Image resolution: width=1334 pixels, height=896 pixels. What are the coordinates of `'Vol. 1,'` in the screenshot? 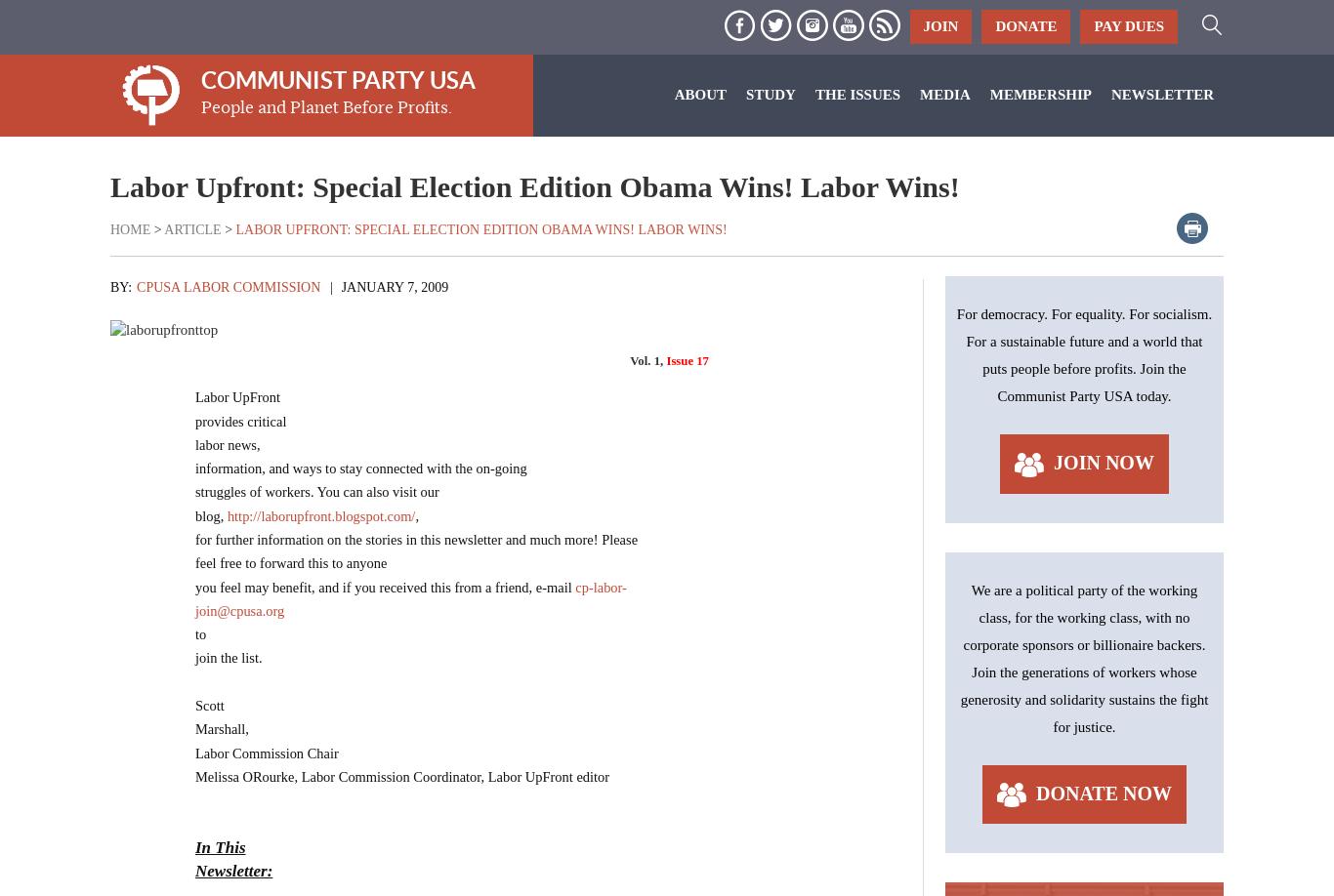 It's located at (646, 360).